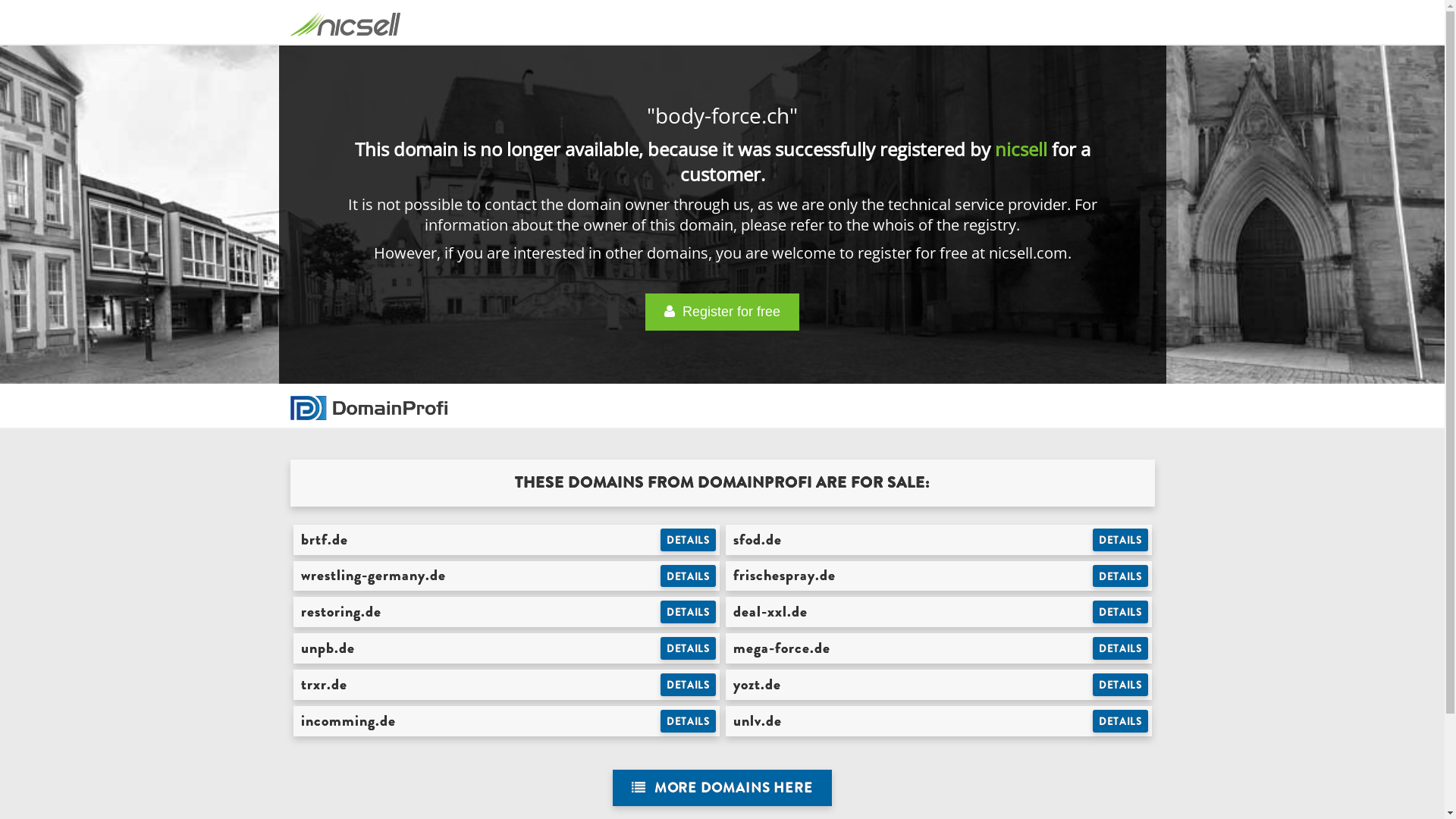  I want to click on 'DETAILS', so click(1120, 648).